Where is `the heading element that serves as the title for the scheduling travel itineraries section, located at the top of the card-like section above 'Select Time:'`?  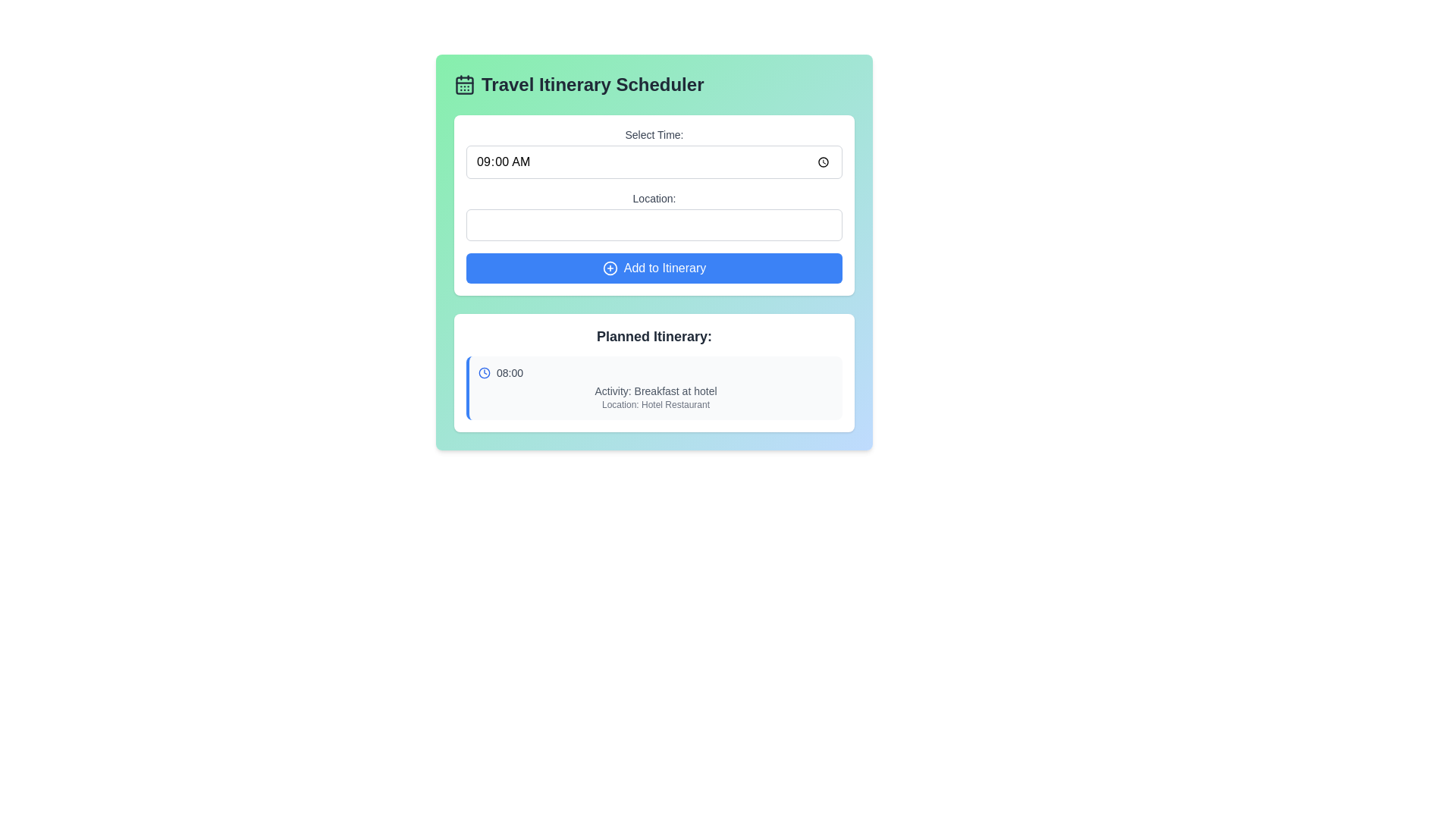
the heading element that serves as the title for the scheduling travel itineraries section, located at the top of the card-like section above 'Select Time:' is located at coordinates (654, 84).